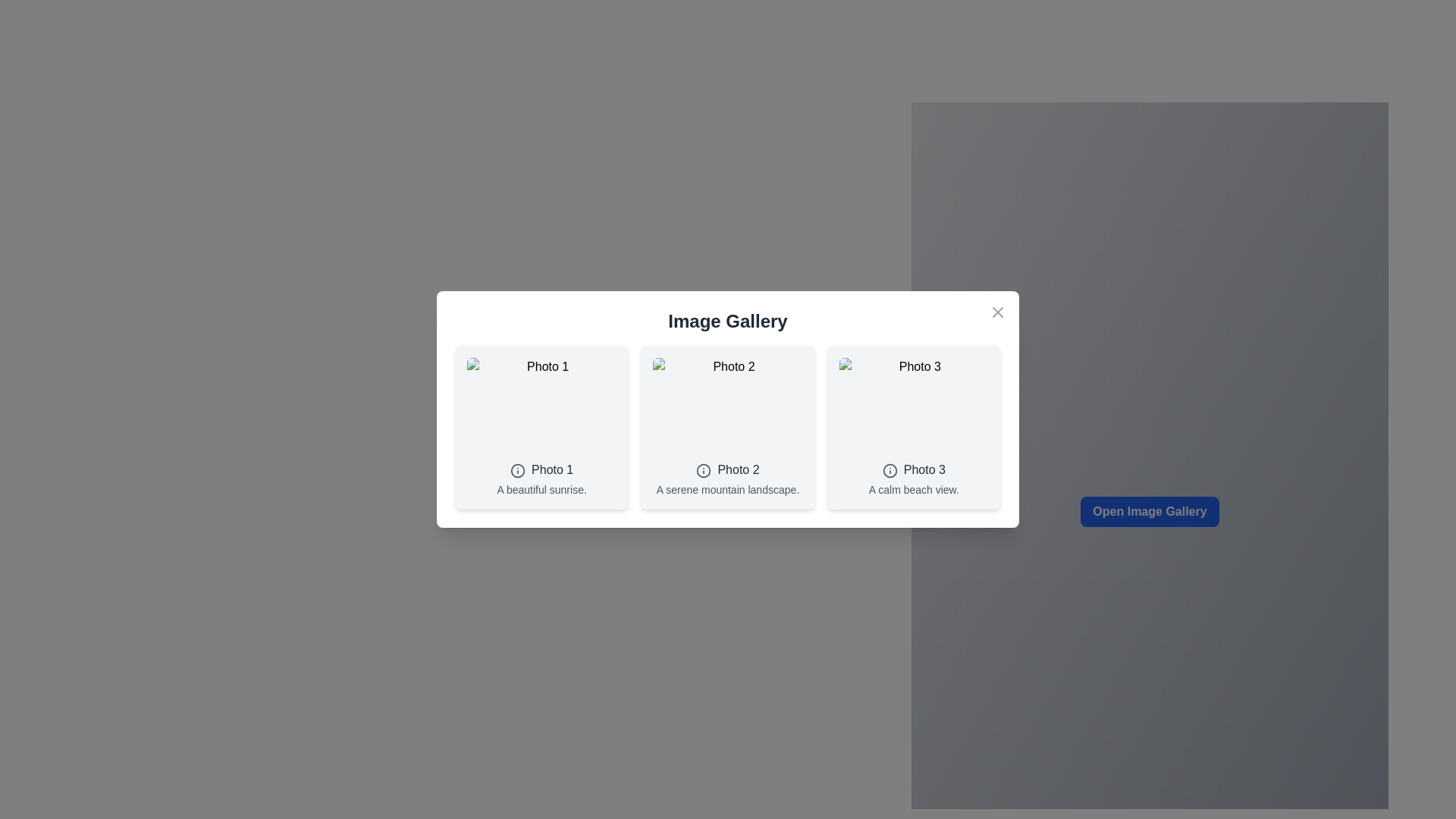 The width and height of the screenshot is (1456, 819). I want to click on the rectangular button labeled 'Open Image Gallery' with a blue background and white text, so click(1150, 512).